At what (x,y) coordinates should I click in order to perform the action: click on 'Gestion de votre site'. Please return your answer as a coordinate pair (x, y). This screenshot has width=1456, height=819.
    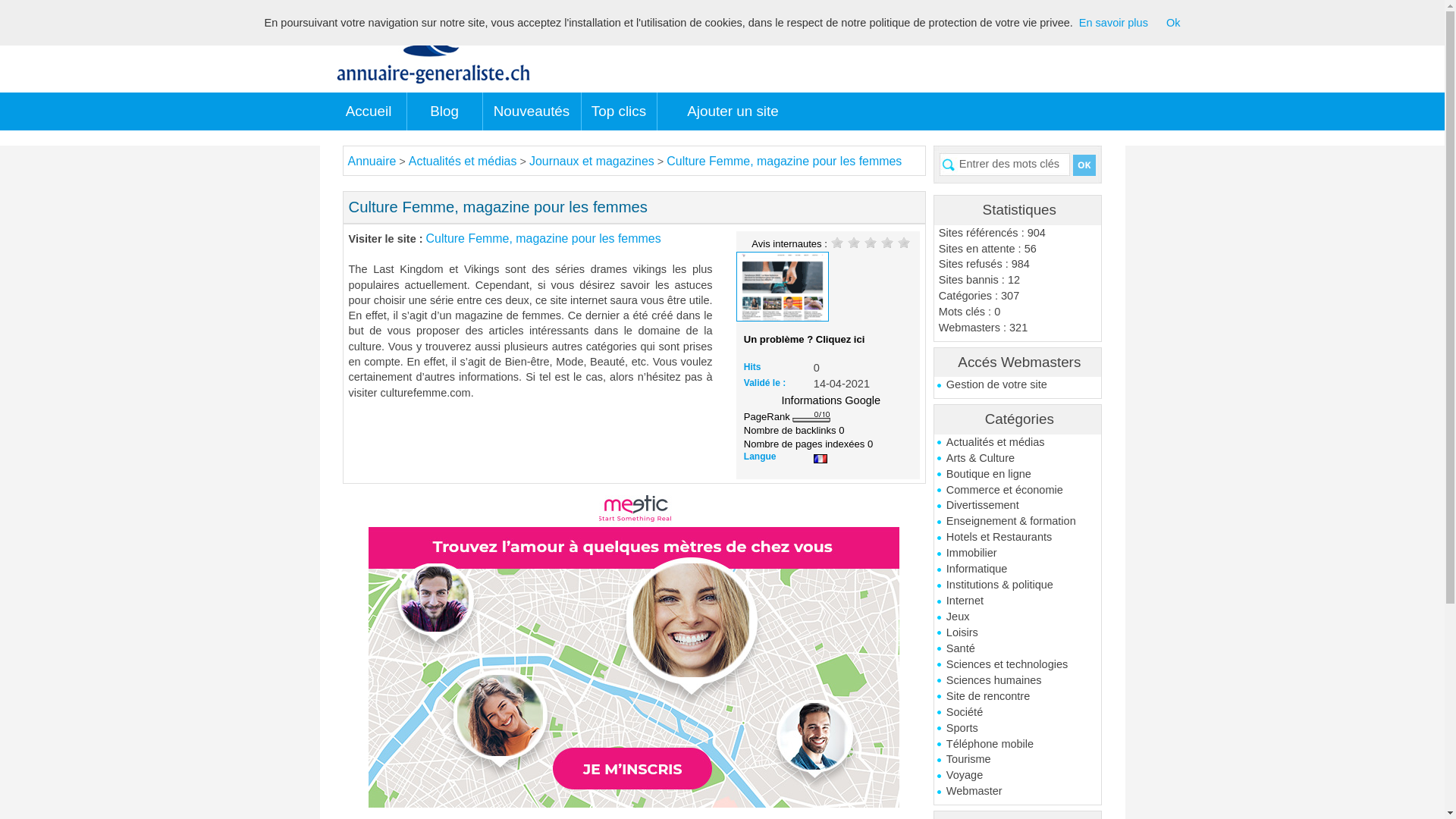
    Looking at the image, I should click on (1018, 384).